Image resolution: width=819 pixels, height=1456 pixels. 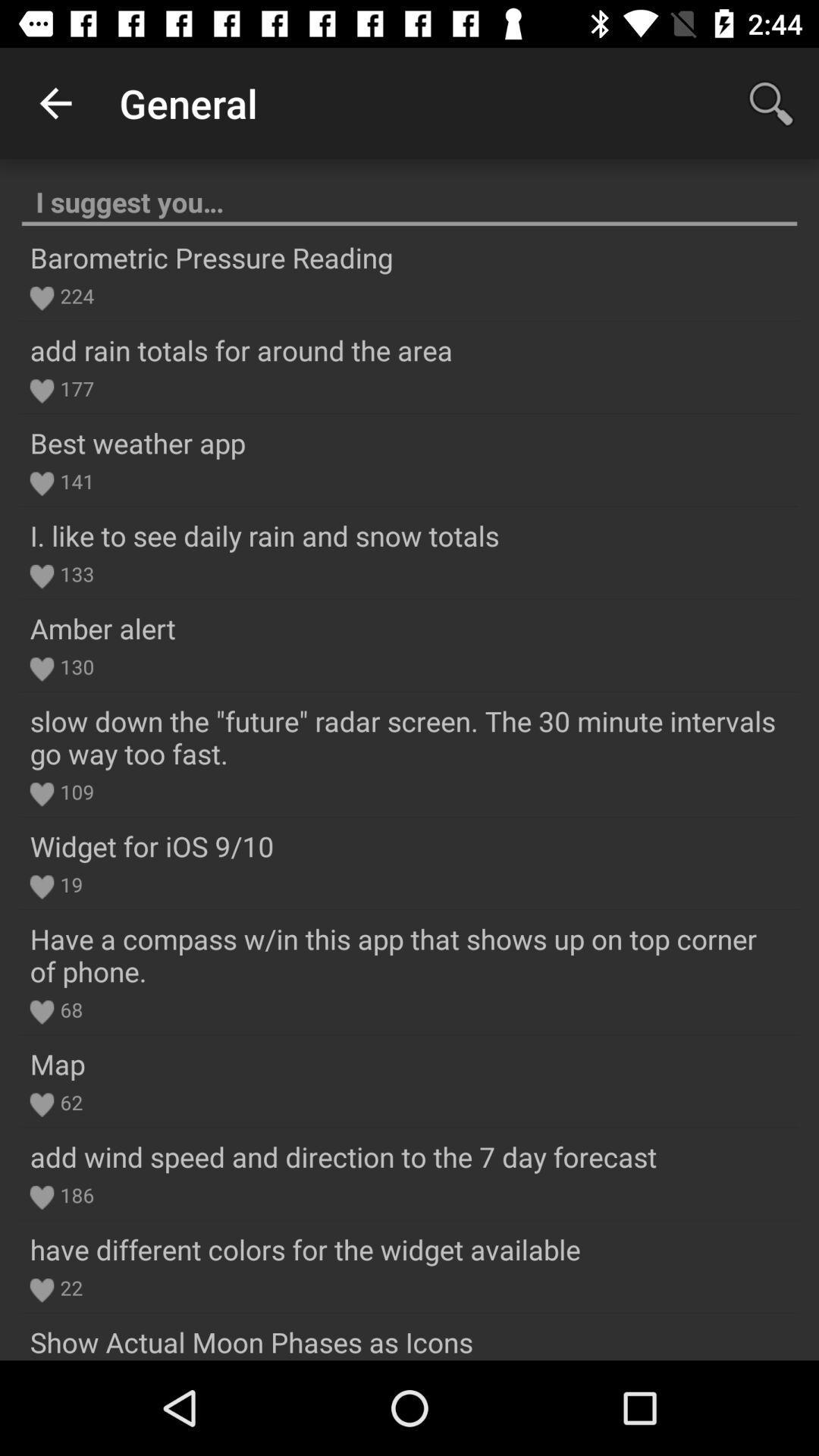 I want to click on map, so click(x=57, y=1063).